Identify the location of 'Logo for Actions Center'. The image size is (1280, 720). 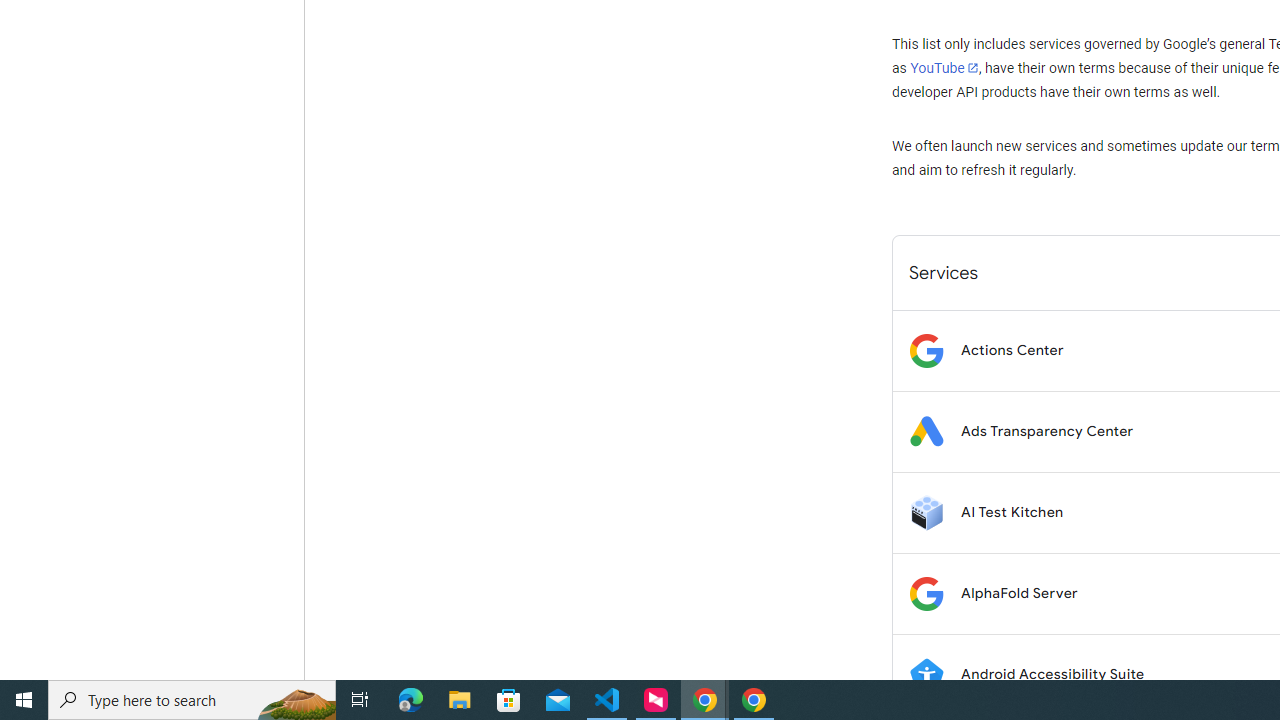
(925, 349).